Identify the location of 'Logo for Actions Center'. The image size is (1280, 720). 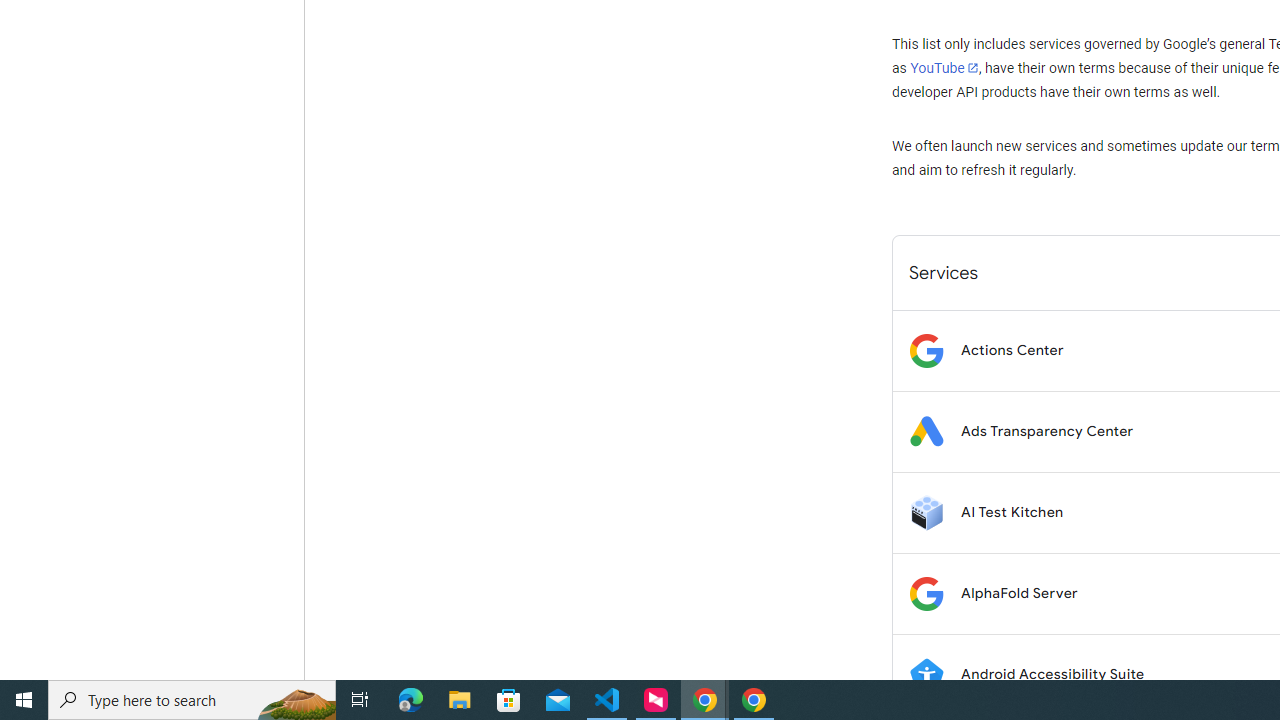
(925, 349).